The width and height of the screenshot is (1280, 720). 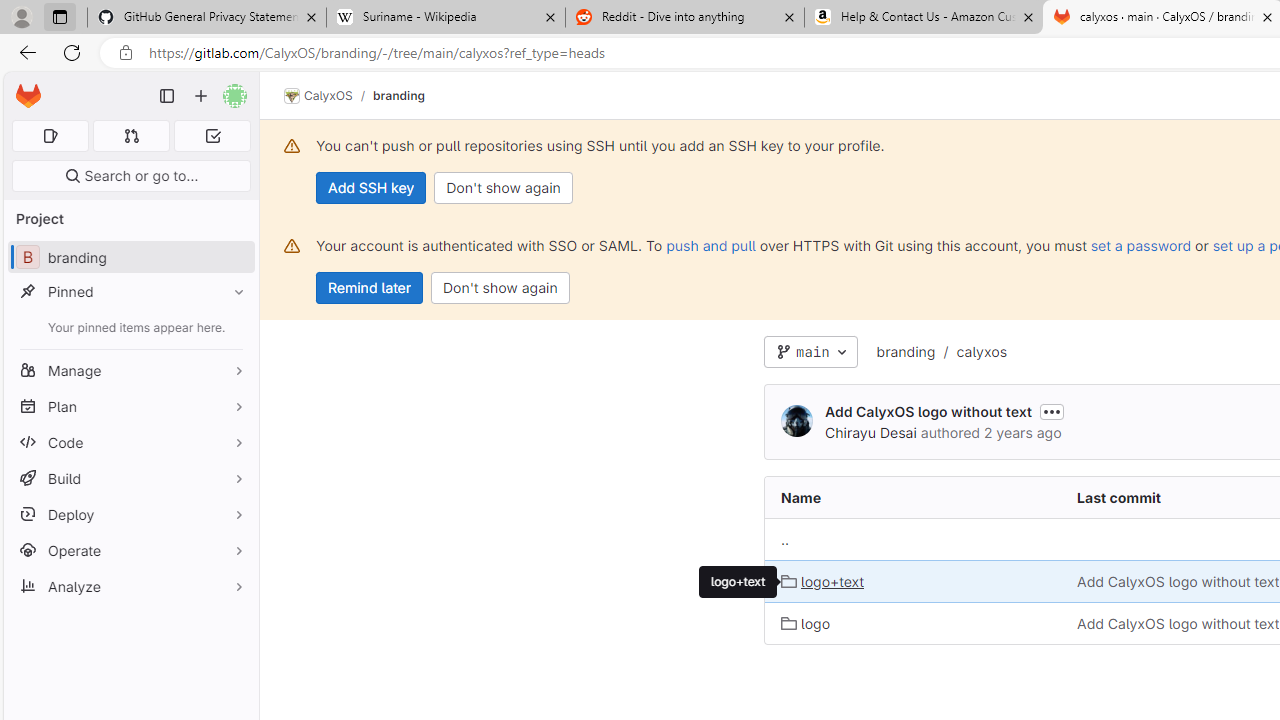 What do you see at coordinates (823, 581) in the screenshot?
I see `'logo+text'` at bounding box center [823, 581].